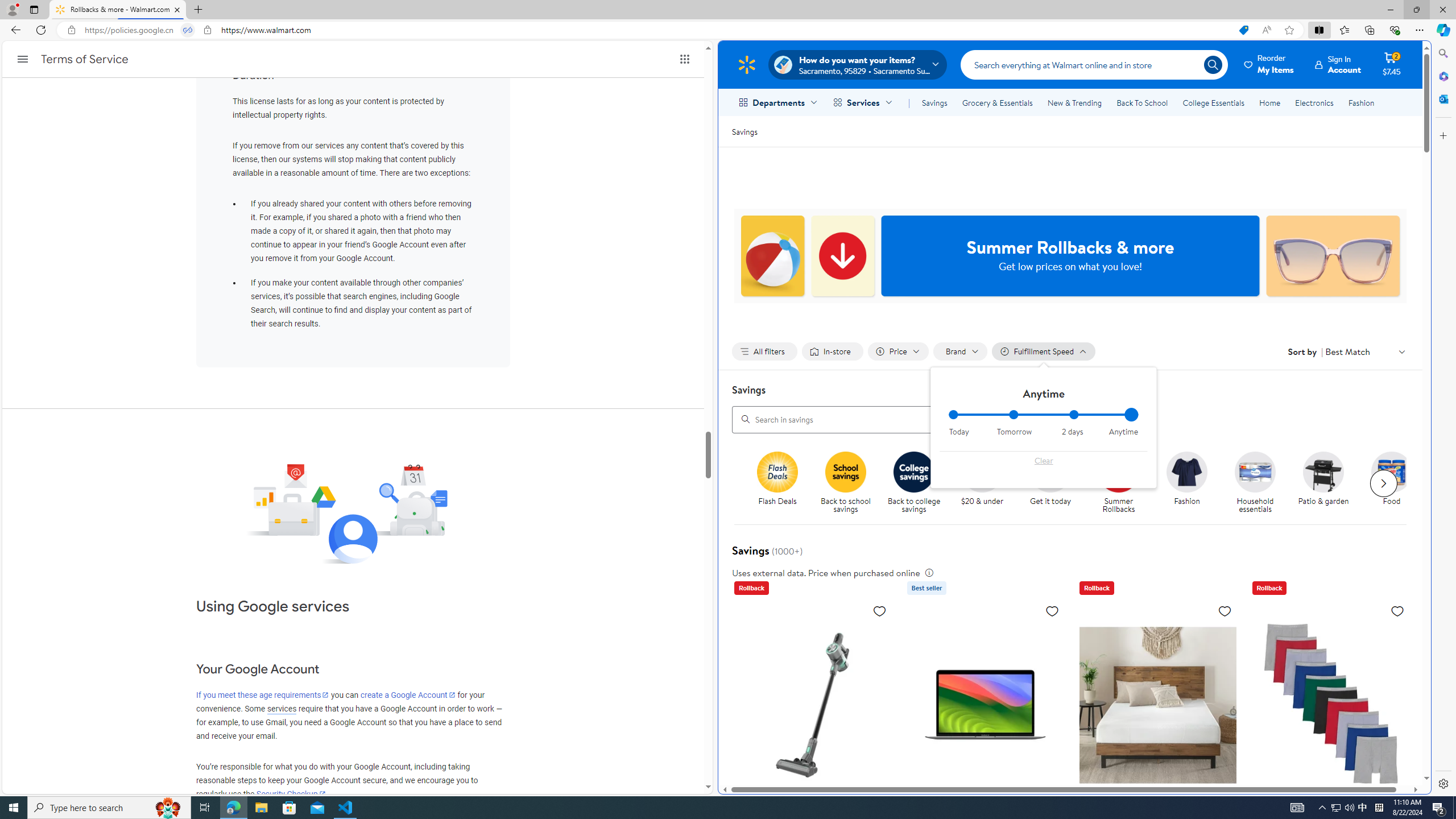 Image resolution: width=1456 pixels, height=819 pixels. I want to click on '$20 and under $20 & under', so click(981, 479).